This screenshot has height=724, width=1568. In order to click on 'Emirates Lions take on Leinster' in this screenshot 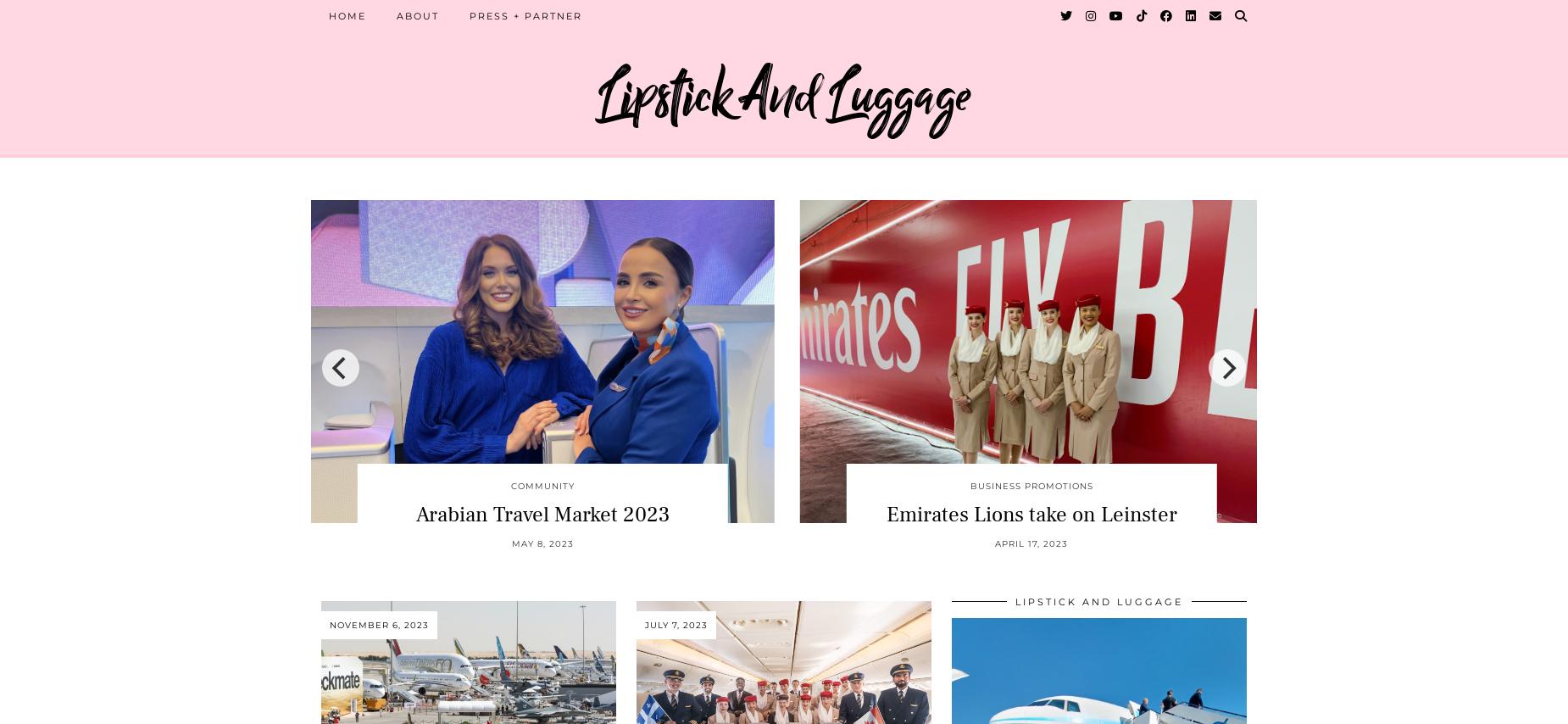, I will do `click(1030, 513)`.